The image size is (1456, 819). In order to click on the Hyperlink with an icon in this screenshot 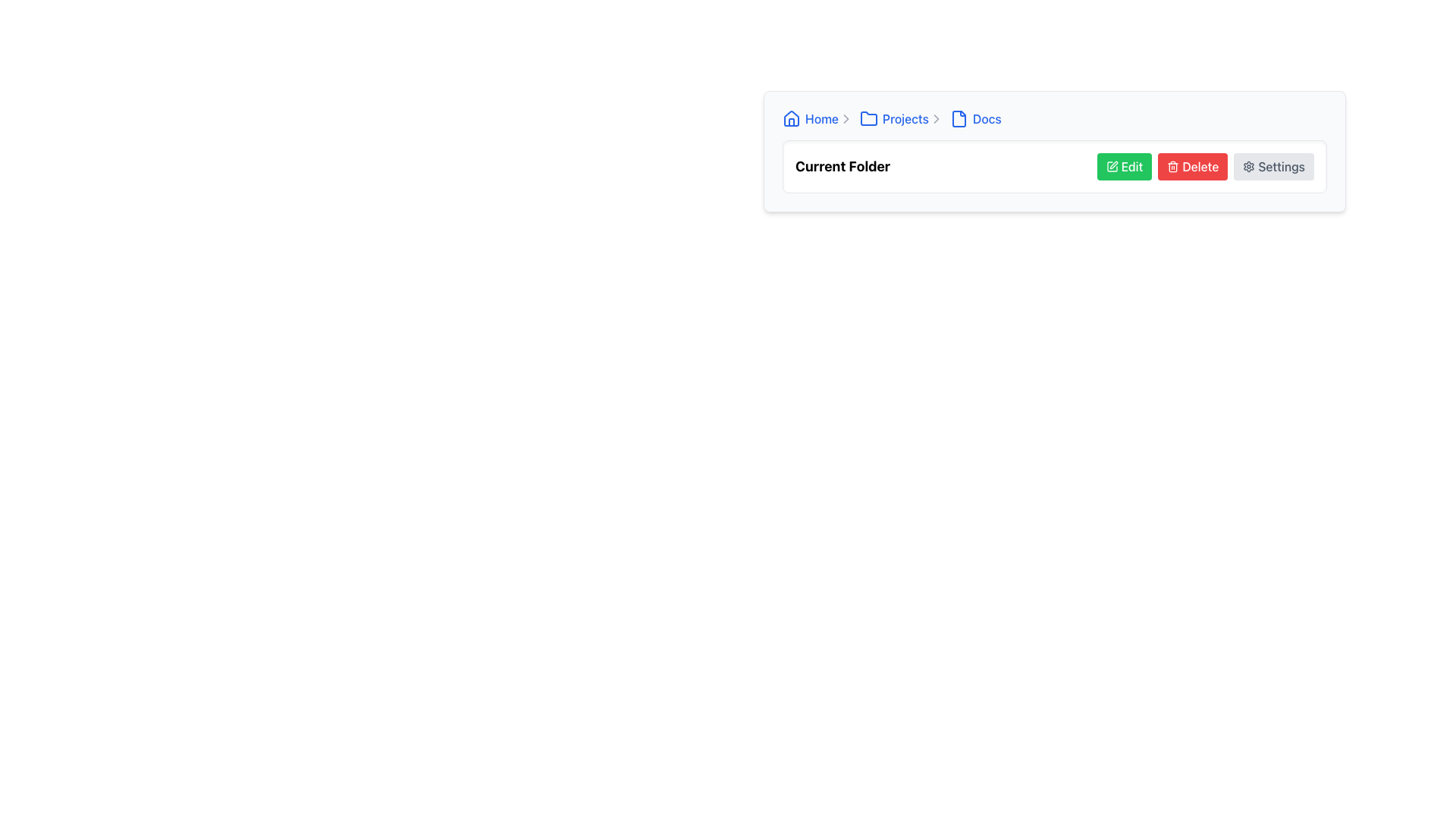, I will do `click(810, 118)`.